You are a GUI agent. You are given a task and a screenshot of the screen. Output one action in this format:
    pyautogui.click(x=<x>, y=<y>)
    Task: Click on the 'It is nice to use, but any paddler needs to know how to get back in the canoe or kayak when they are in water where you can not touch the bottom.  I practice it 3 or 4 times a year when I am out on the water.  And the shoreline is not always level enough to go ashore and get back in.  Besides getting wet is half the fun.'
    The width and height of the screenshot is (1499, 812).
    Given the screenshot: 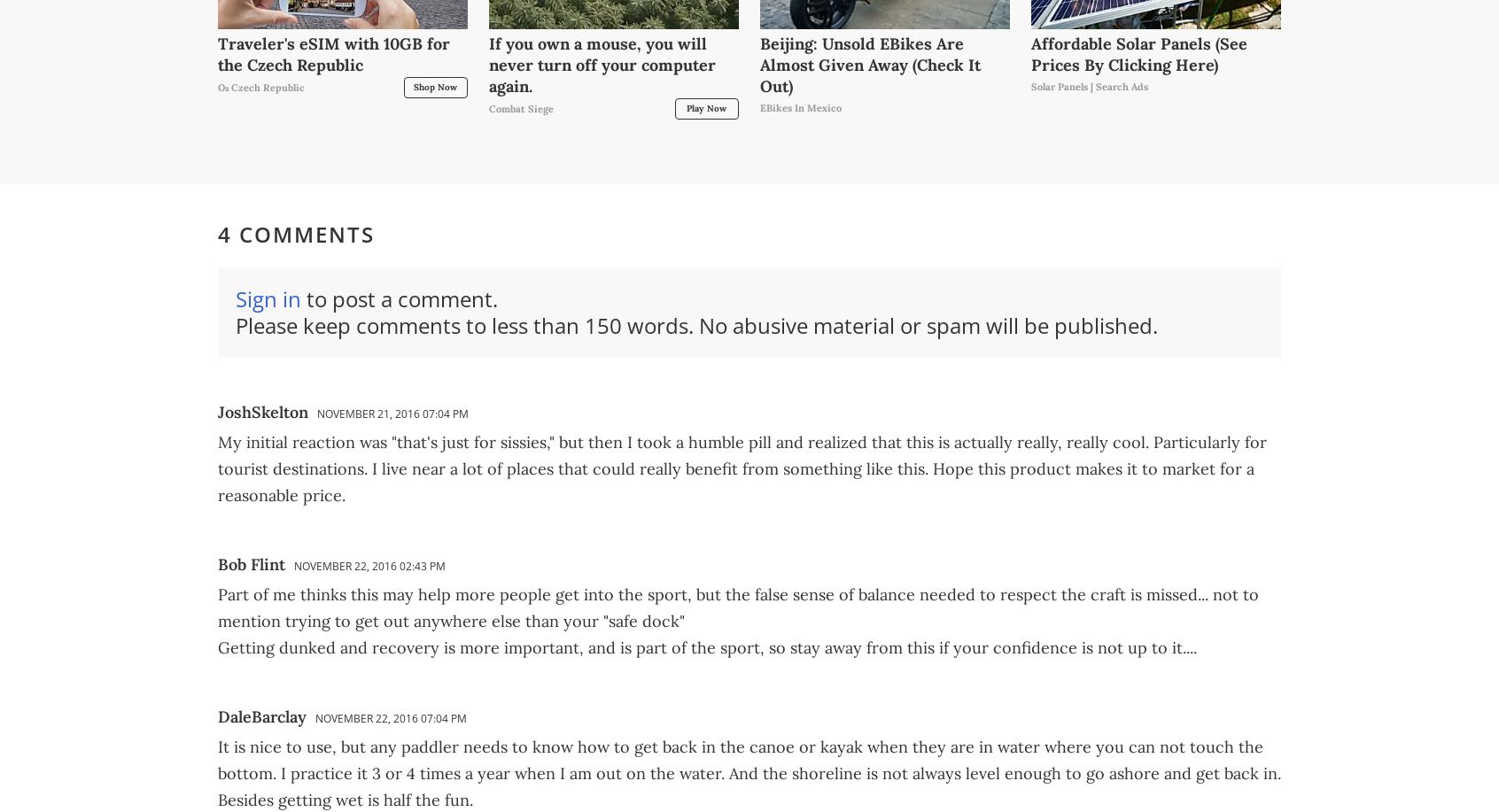 What is the action you would take?
    pyautogui.click(x=749, y=771)
    